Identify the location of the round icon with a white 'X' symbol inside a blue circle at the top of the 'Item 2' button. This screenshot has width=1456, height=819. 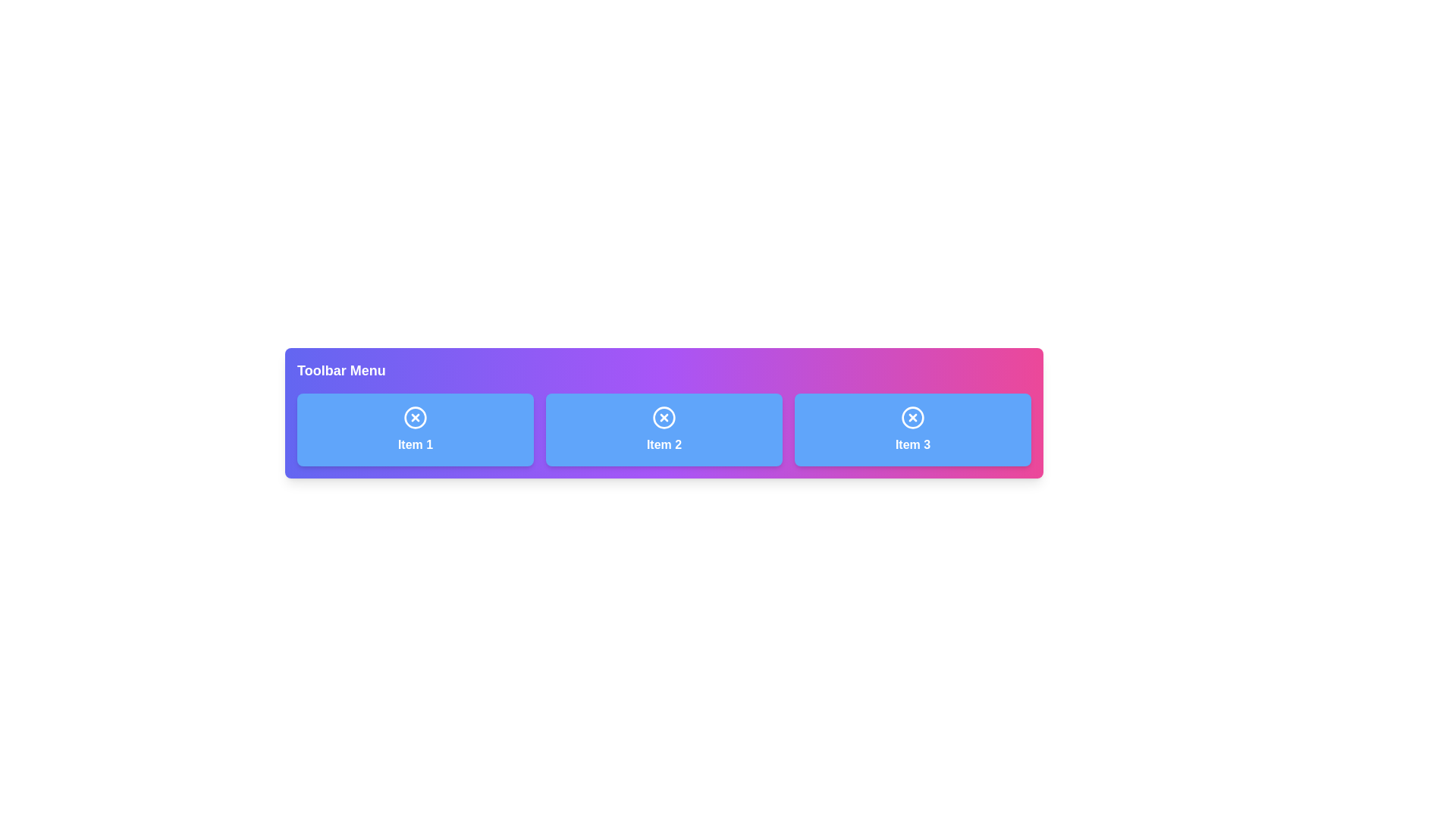
(664, 418).